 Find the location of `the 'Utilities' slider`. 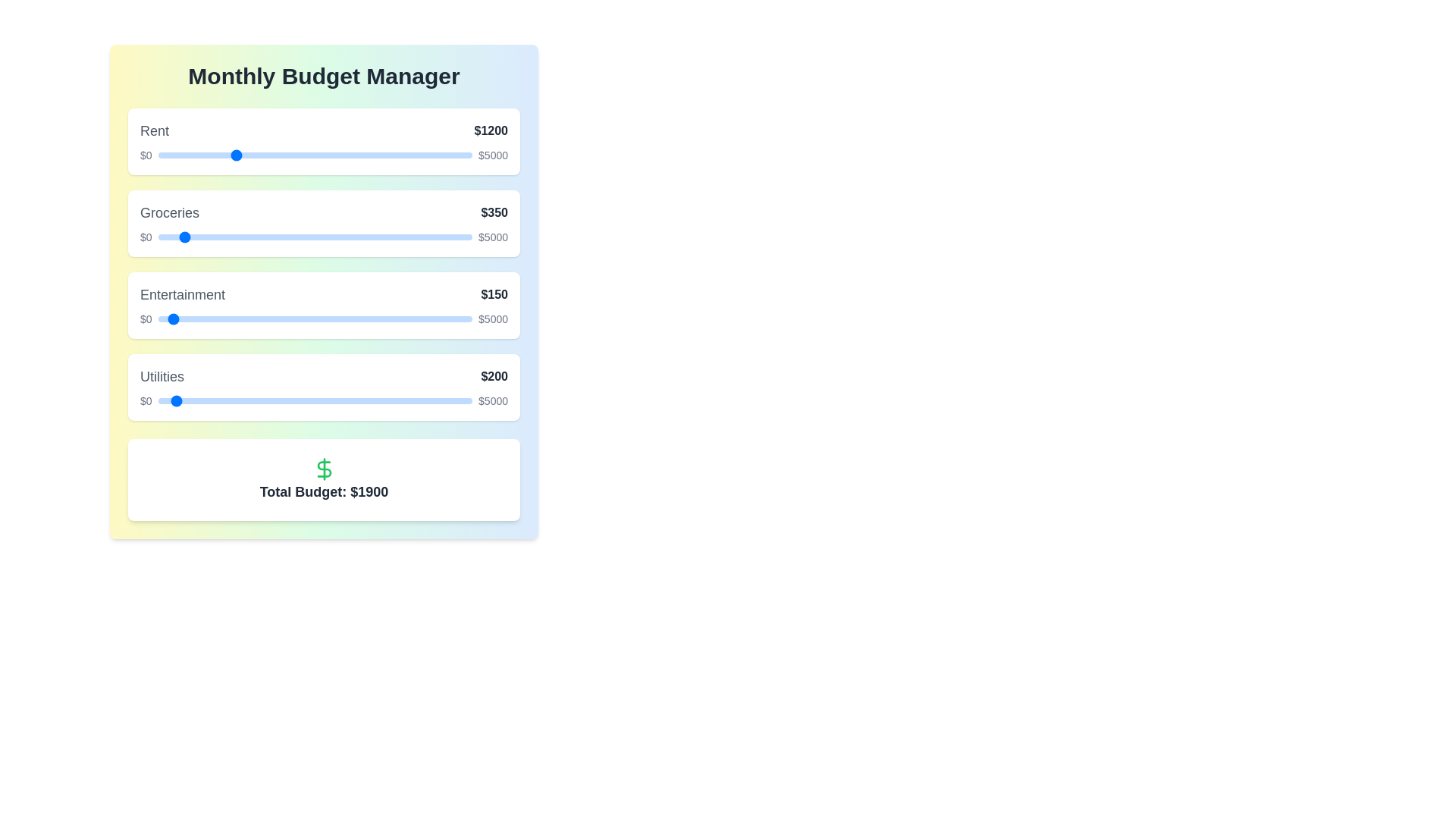

the 'Utilities' slider is located at coordinates (350, 400).